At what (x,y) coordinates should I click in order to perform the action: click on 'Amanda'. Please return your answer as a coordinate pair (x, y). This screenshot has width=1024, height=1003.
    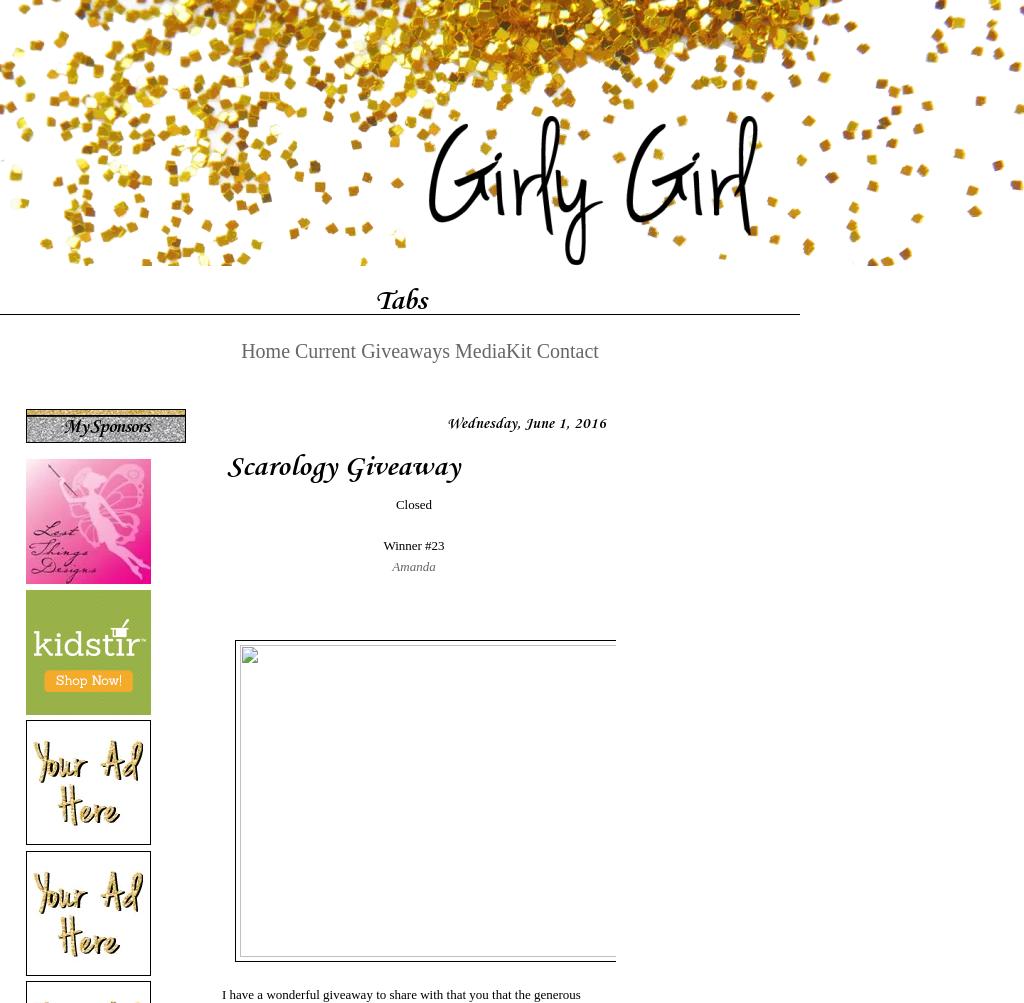
    Looking at the image, I should click on (412, 564).